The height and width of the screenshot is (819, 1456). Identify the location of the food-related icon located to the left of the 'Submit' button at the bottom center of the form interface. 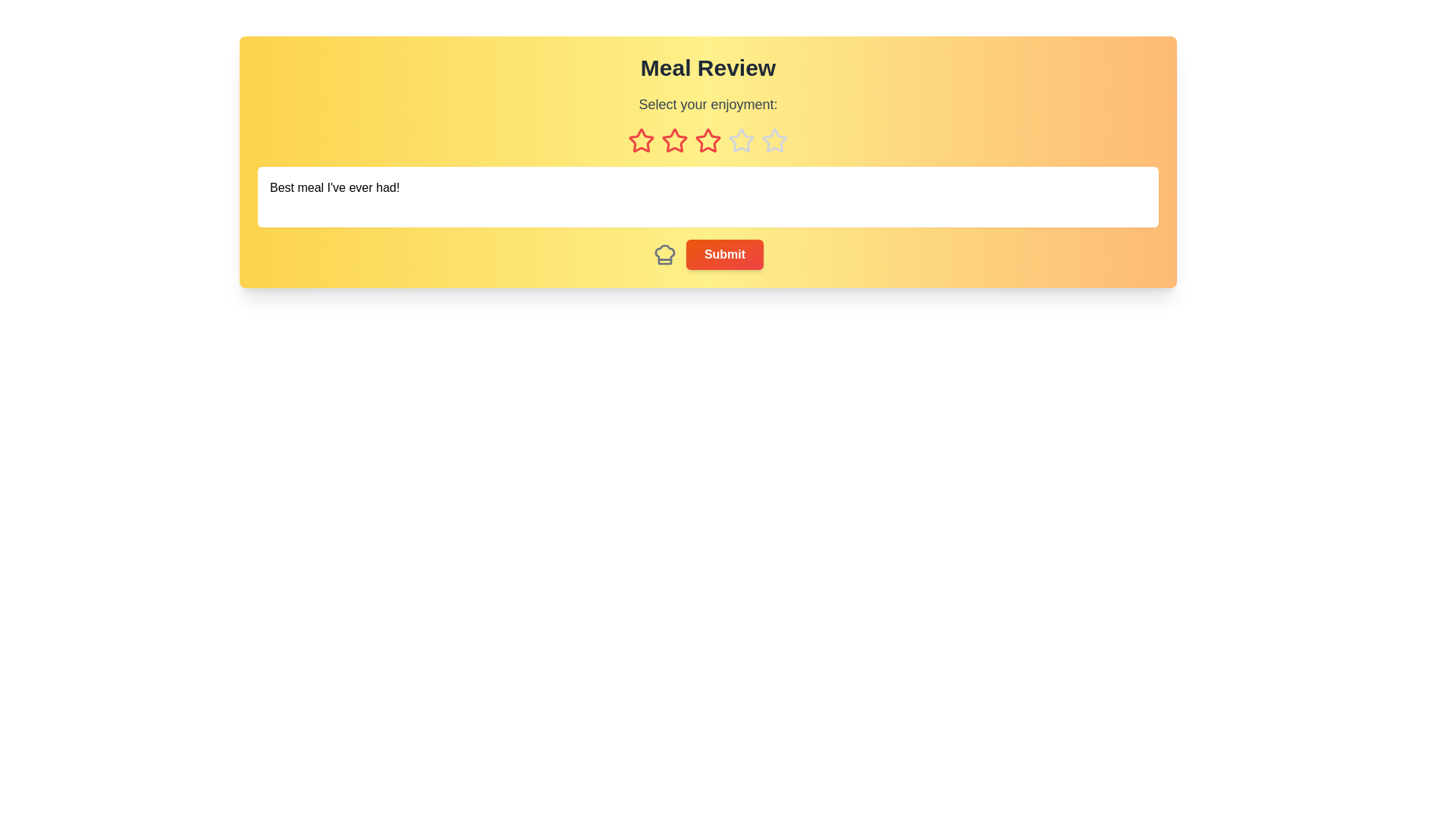
(664, 253).